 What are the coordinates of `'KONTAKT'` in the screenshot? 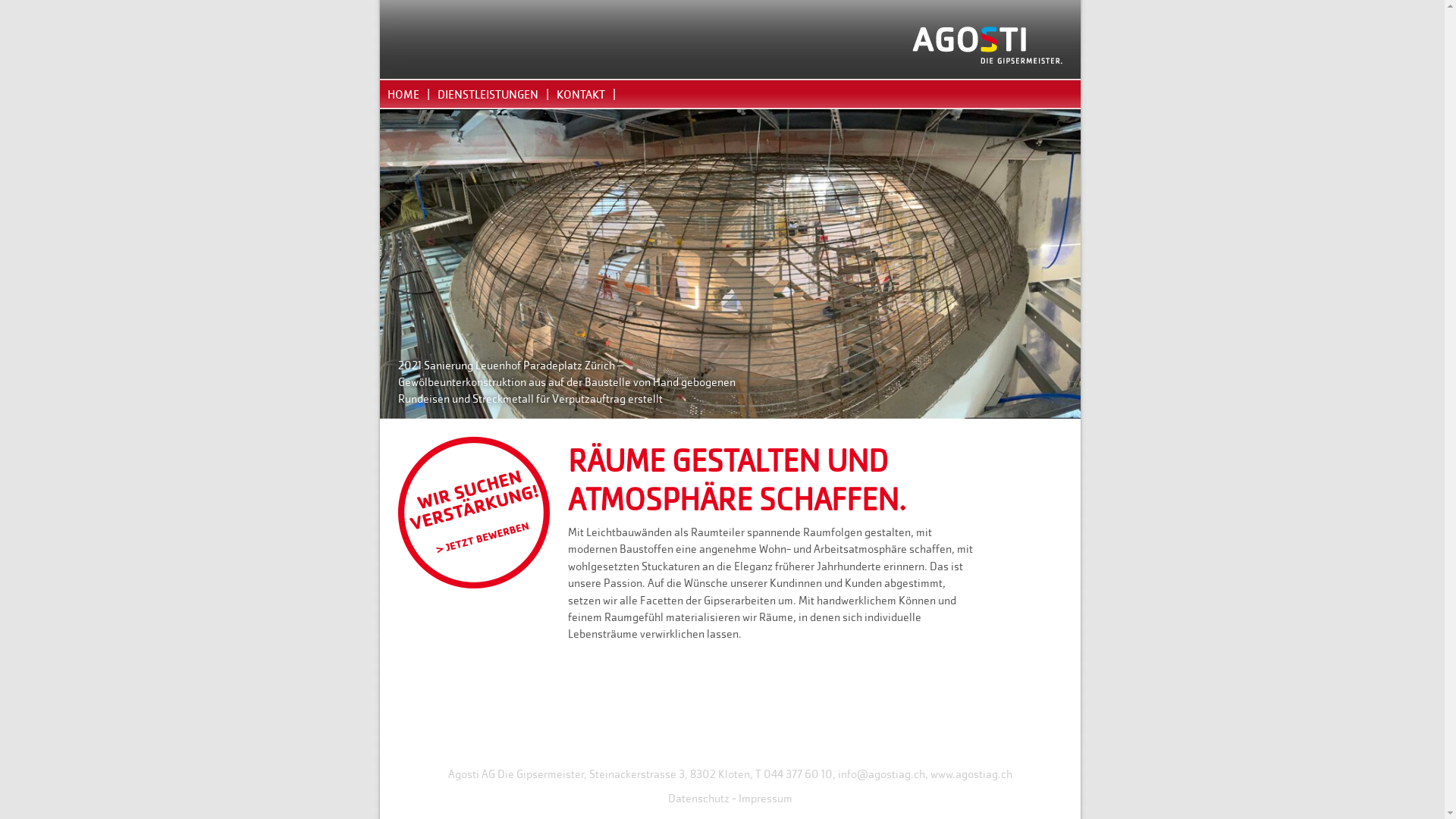 It's located at (582, 93).